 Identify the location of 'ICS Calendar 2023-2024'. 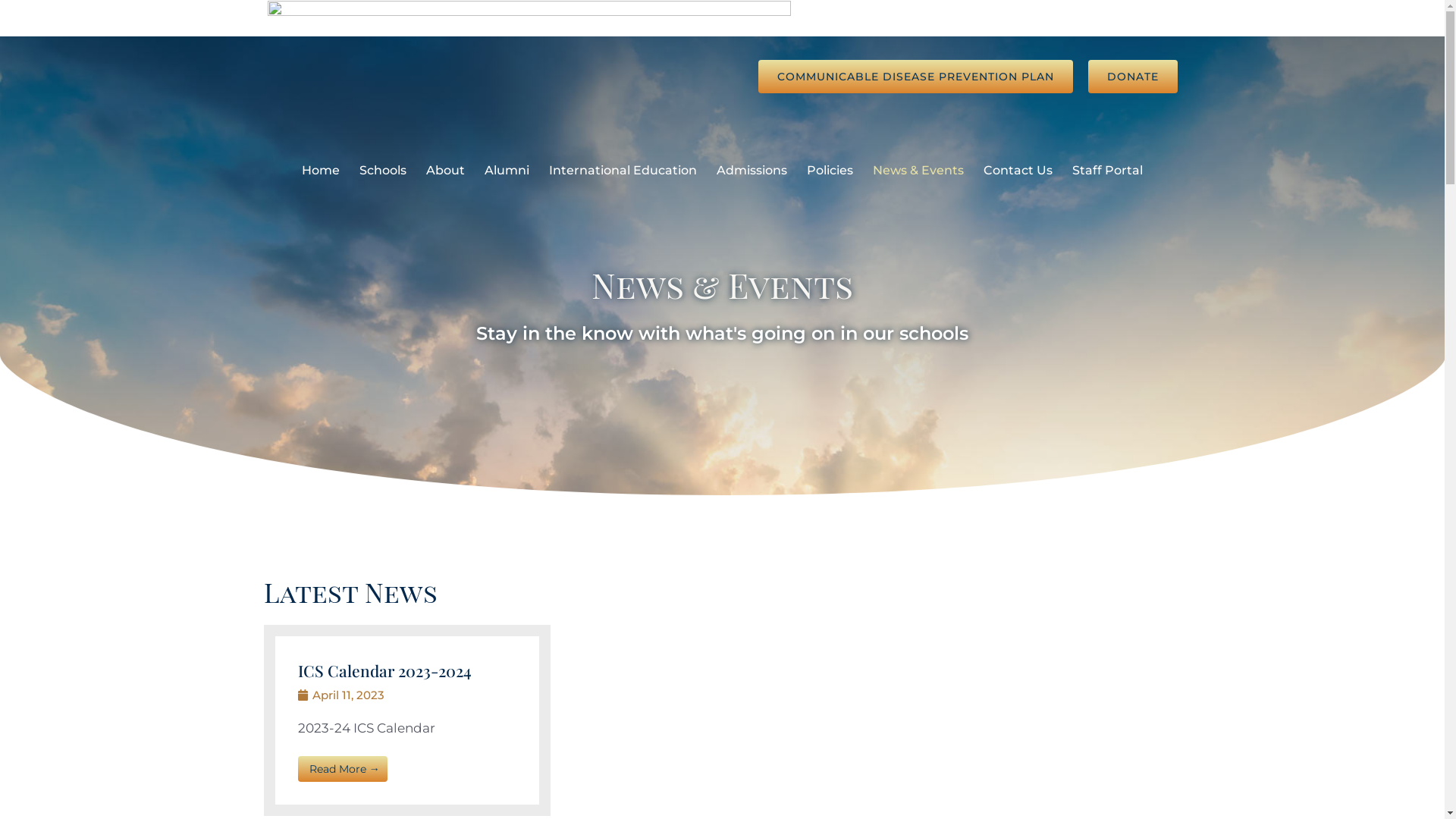
(384, 669).